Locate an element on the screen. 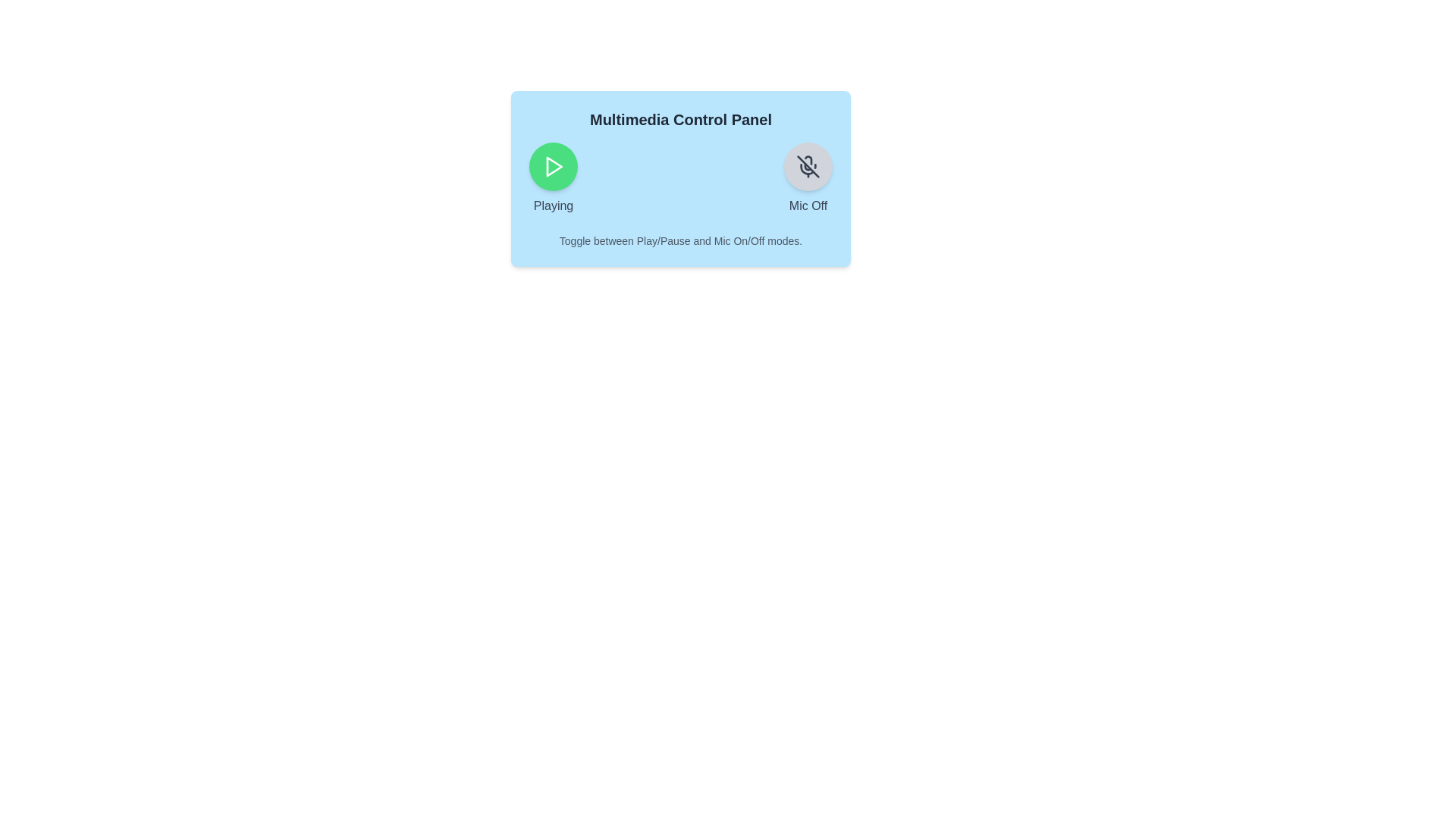 This screenshot has width=1456, height=819. the mic button to toggle the microphone state is located at coordinates (807, 166).